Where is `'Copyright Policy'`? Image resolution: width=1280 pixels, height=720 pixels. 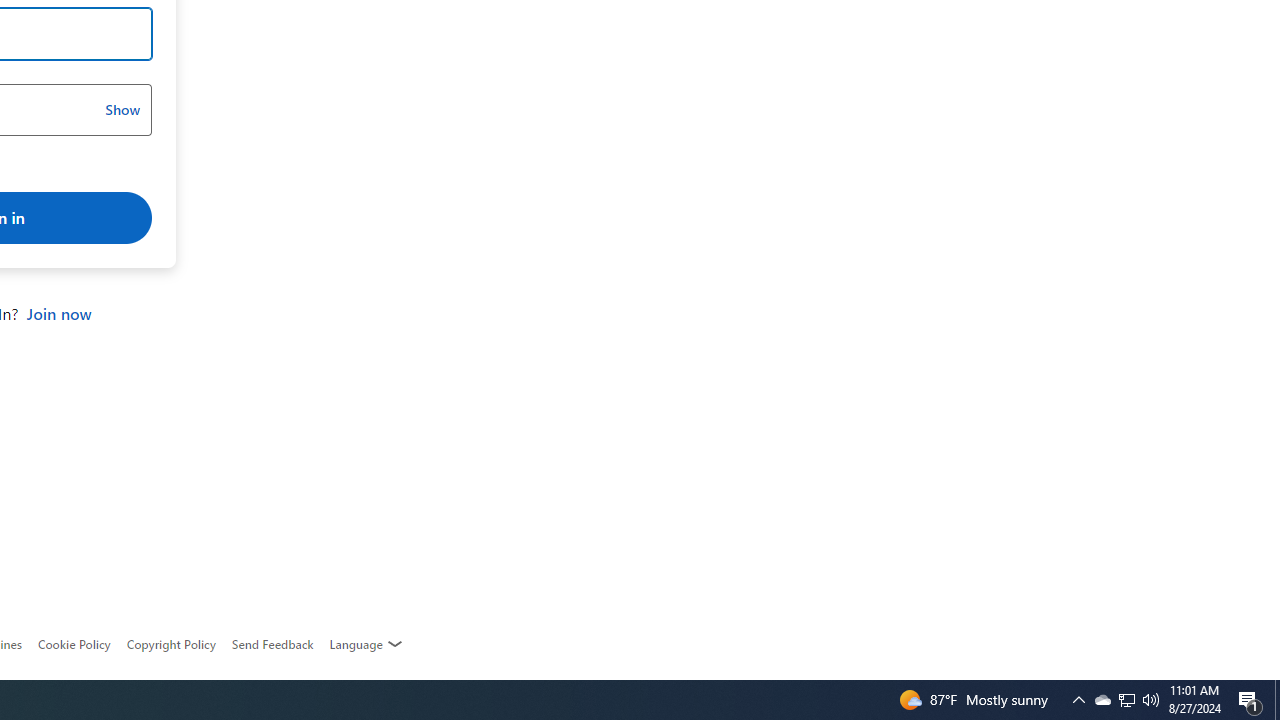
'Copyright Policy' is located at coordinates (170, 644).